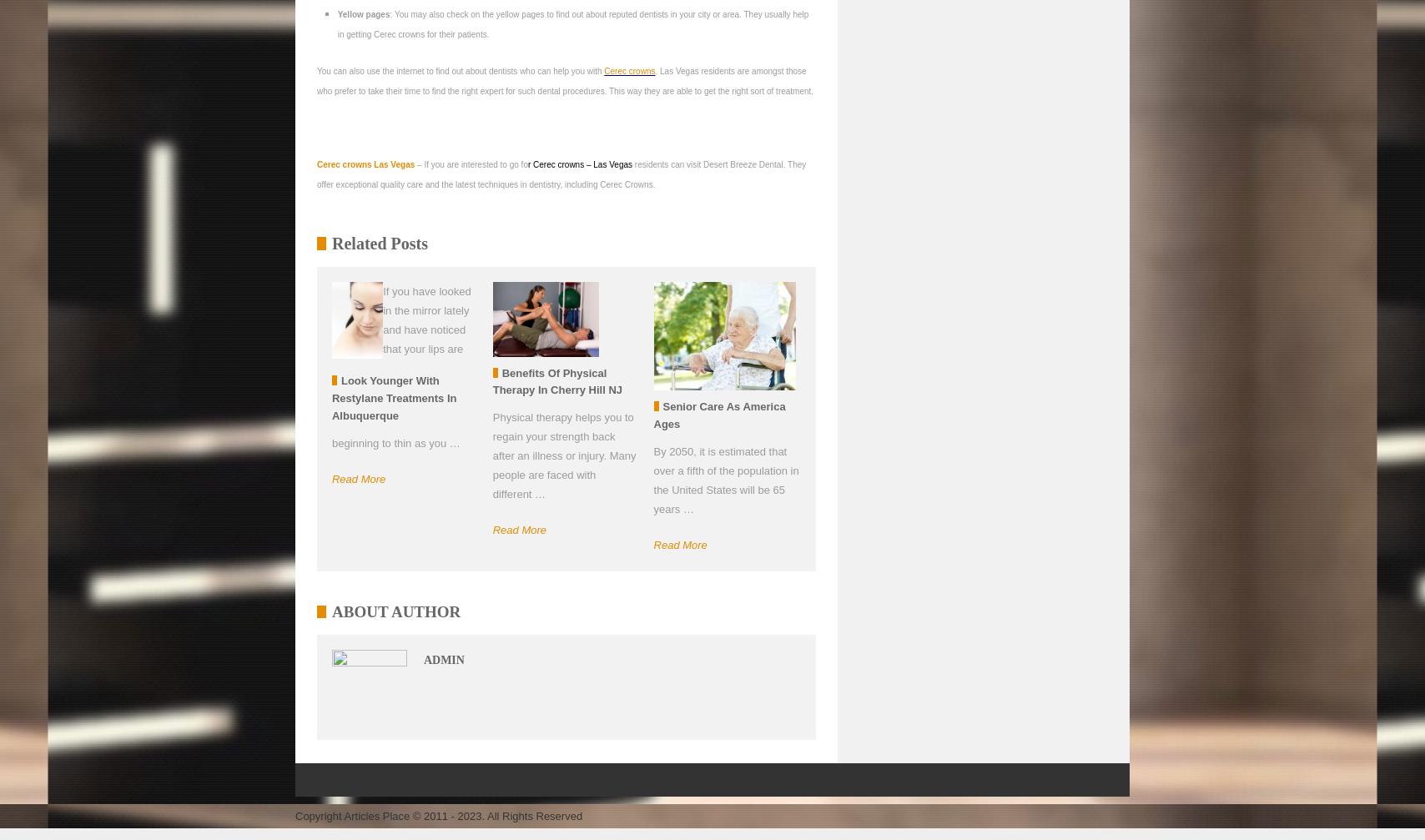 This screenshot has width=1425, height=840. Describe the element at coordinates (317, 164) in the screenshot. I see `'Cerec crowns Las Vegas'` at that location.